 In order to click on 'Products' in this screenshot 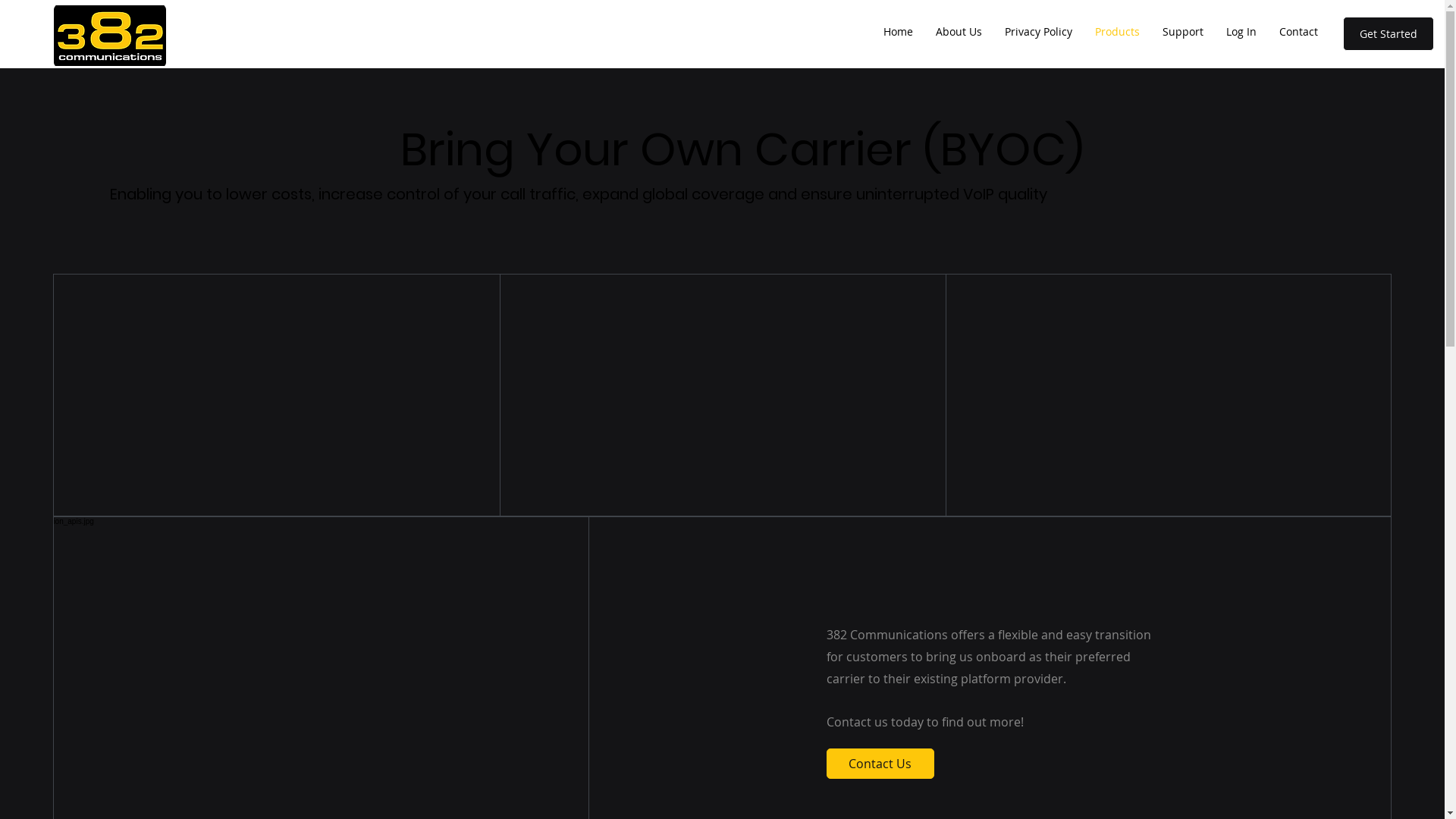, I will do `click(1083, 32)`.